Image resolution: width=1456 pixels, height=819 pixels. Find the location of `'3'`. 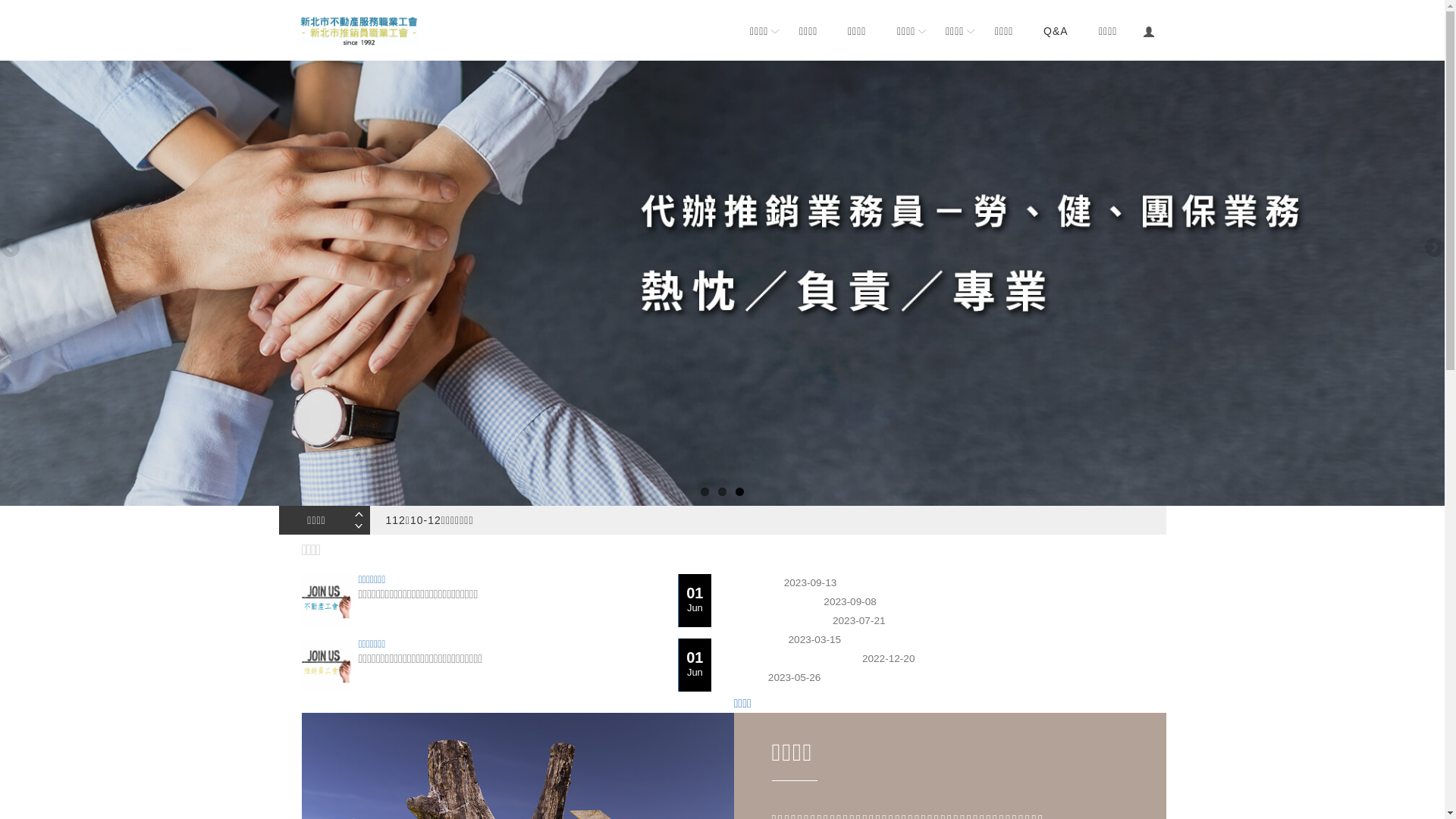

'3' is located at coordinates (735, 491).